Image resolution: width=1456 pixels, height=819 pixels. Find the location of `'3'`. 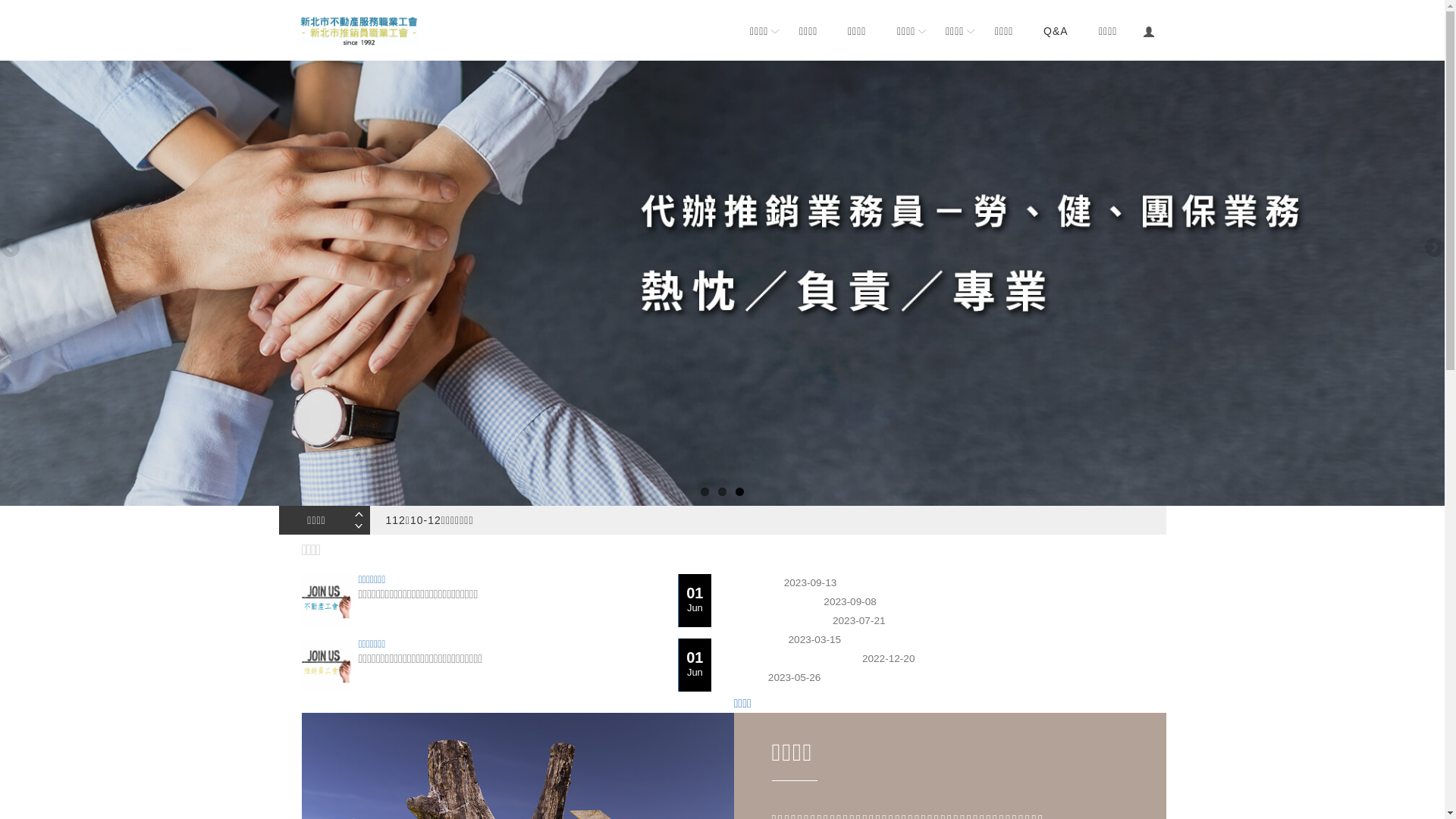

'3' is located at coordinates (735, 491).